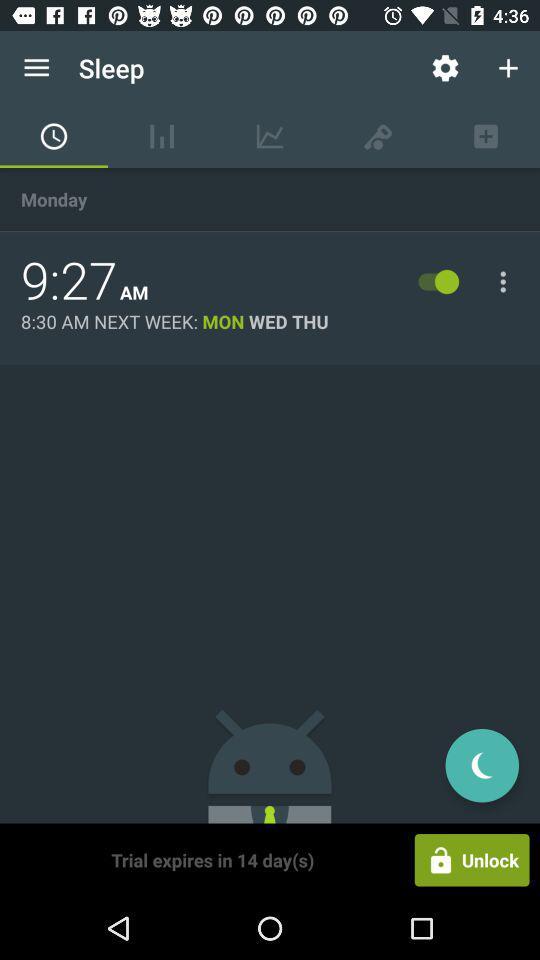  What do you see at coordinates (68, 280) in the screenshot?
I see `the item below monday item` at bounding box center [68, 280].